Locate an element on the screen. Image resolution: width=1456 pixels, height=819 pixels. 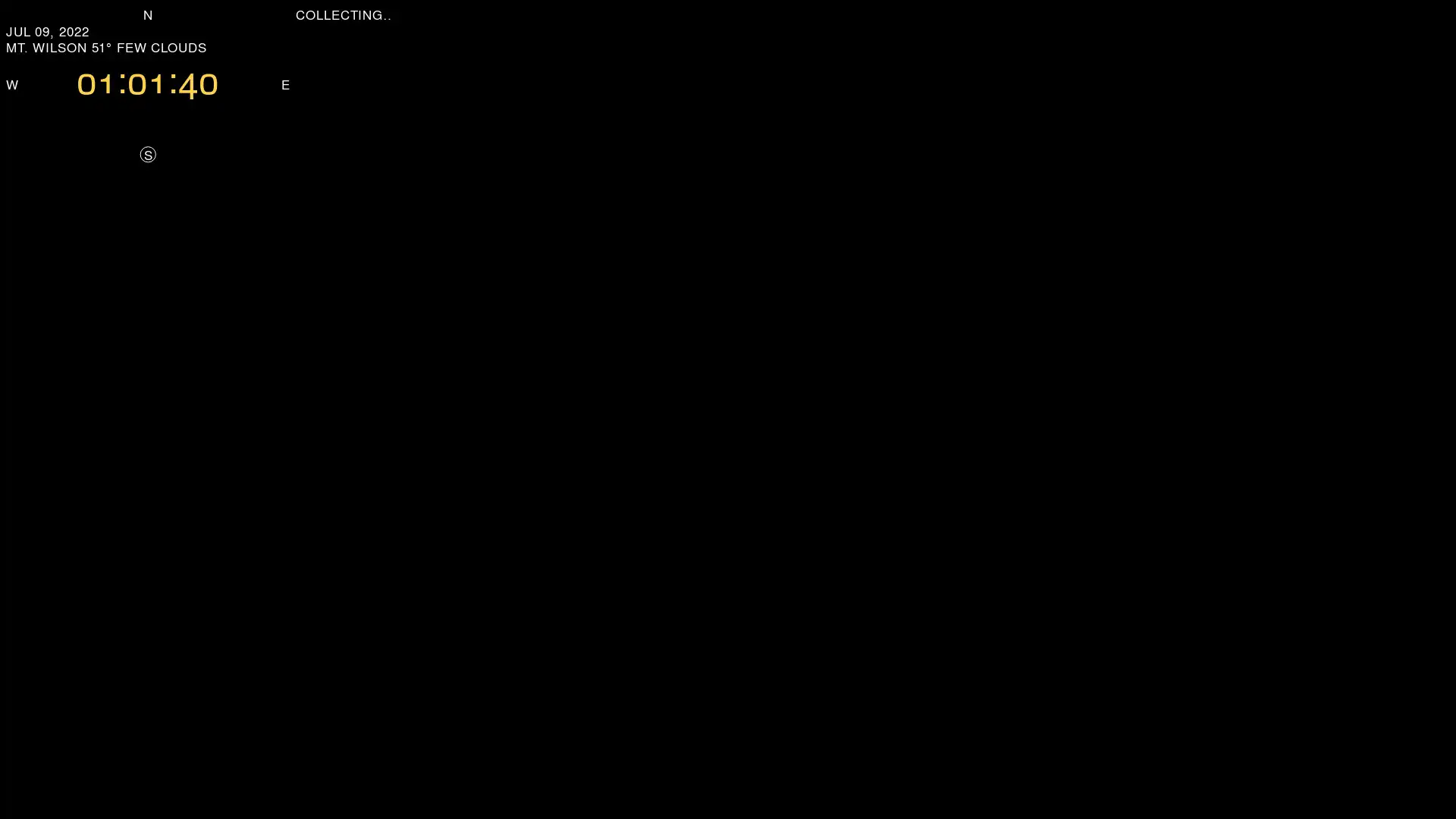
N is located at coordinates (148, 14).